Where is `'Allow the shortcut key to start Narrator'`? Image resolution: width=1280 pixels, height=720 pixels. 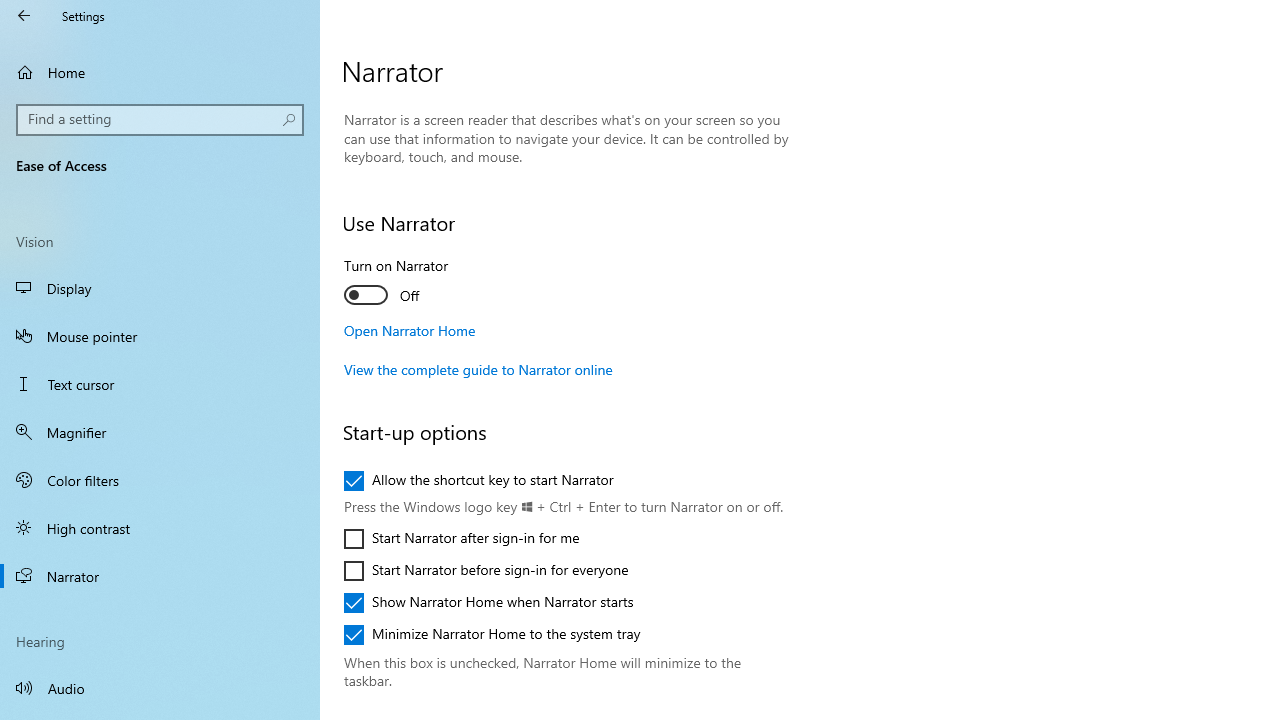 'Allow the shortcut key to start Narrator' is located at coordinates (478, 480).